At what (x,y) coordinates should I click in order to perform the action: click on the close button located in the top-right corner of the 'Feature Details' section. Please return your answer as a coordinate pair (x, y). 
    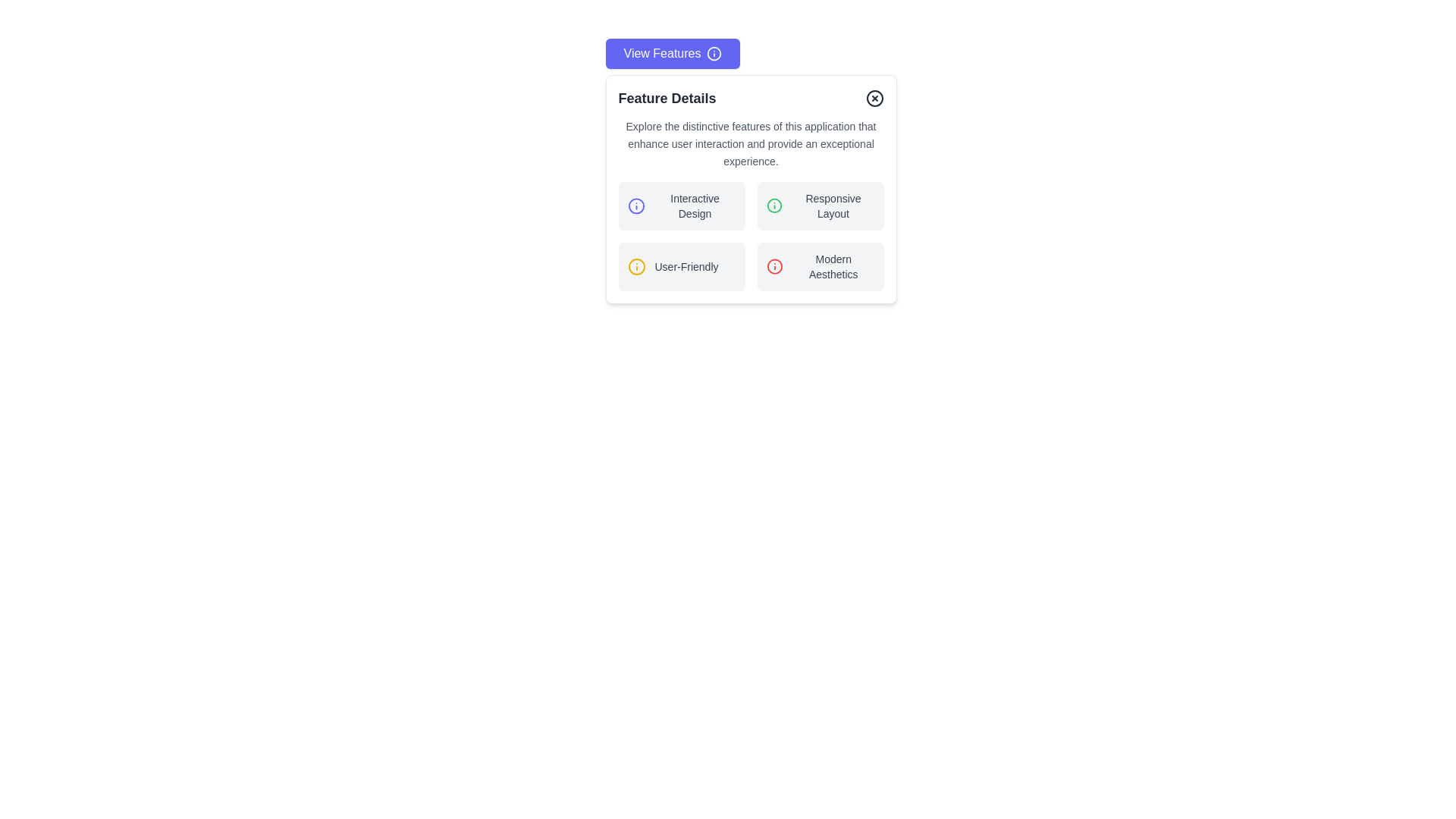
    Looking at the image, I should click on (874, 99).